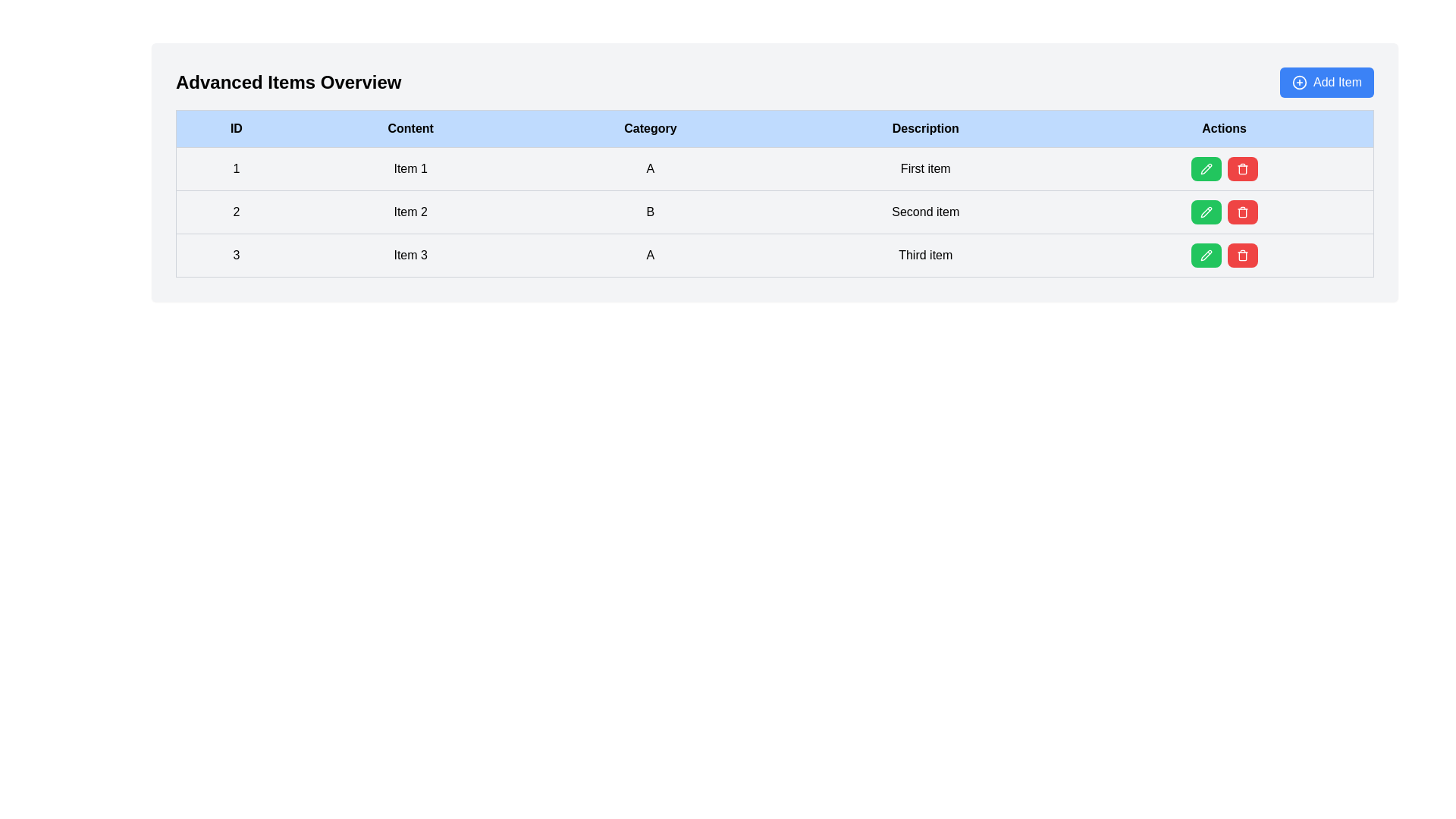  I want to click on the trash bin icon button, which is a minimalistic white representation on a red circular button, located in the 'Actions' column of the third row, adjacent to 'Item 3', so click(1242, 212).